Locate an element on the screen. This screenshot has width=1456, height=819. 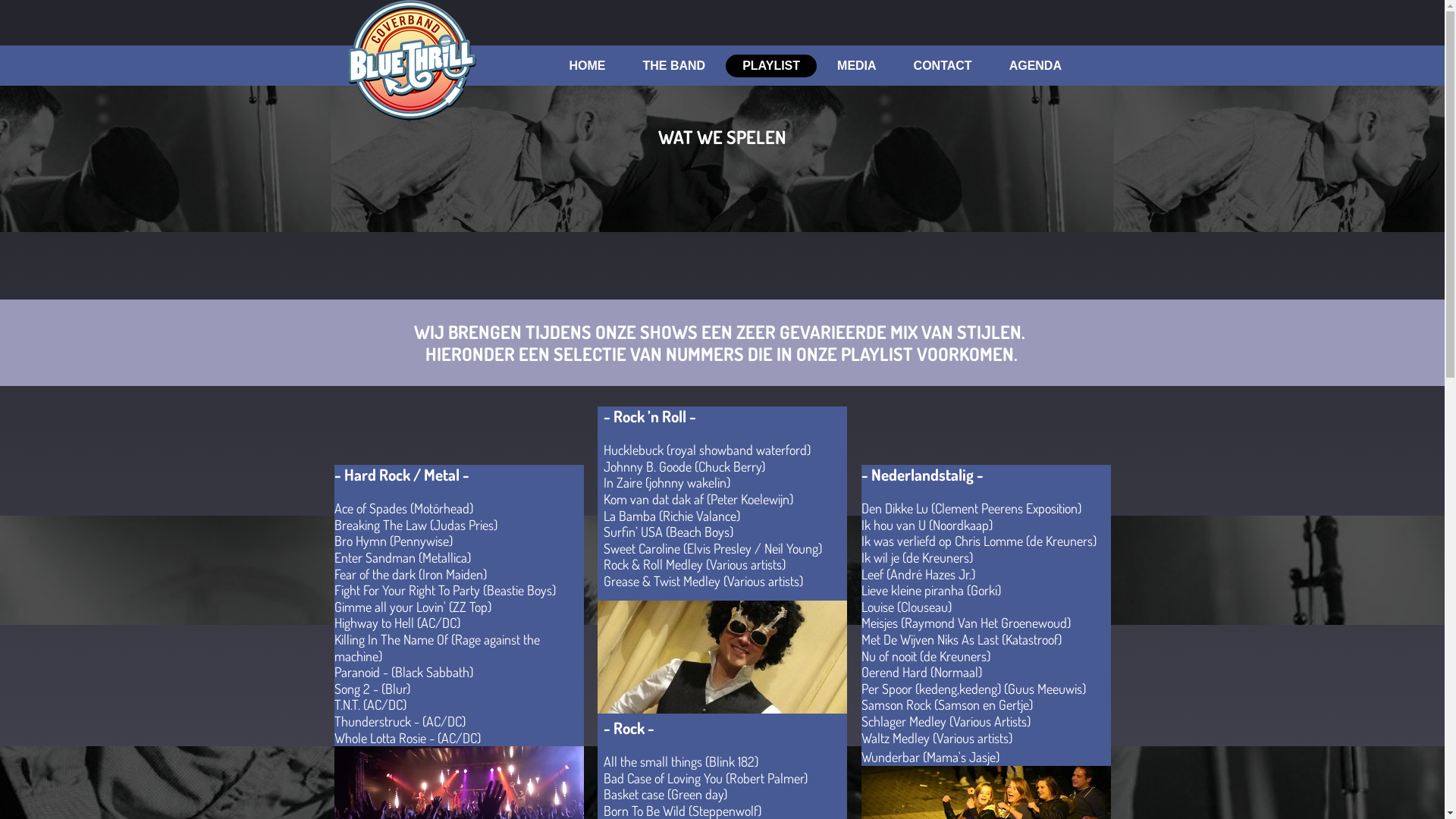
'HOME' is located at coordinates (585, 65).